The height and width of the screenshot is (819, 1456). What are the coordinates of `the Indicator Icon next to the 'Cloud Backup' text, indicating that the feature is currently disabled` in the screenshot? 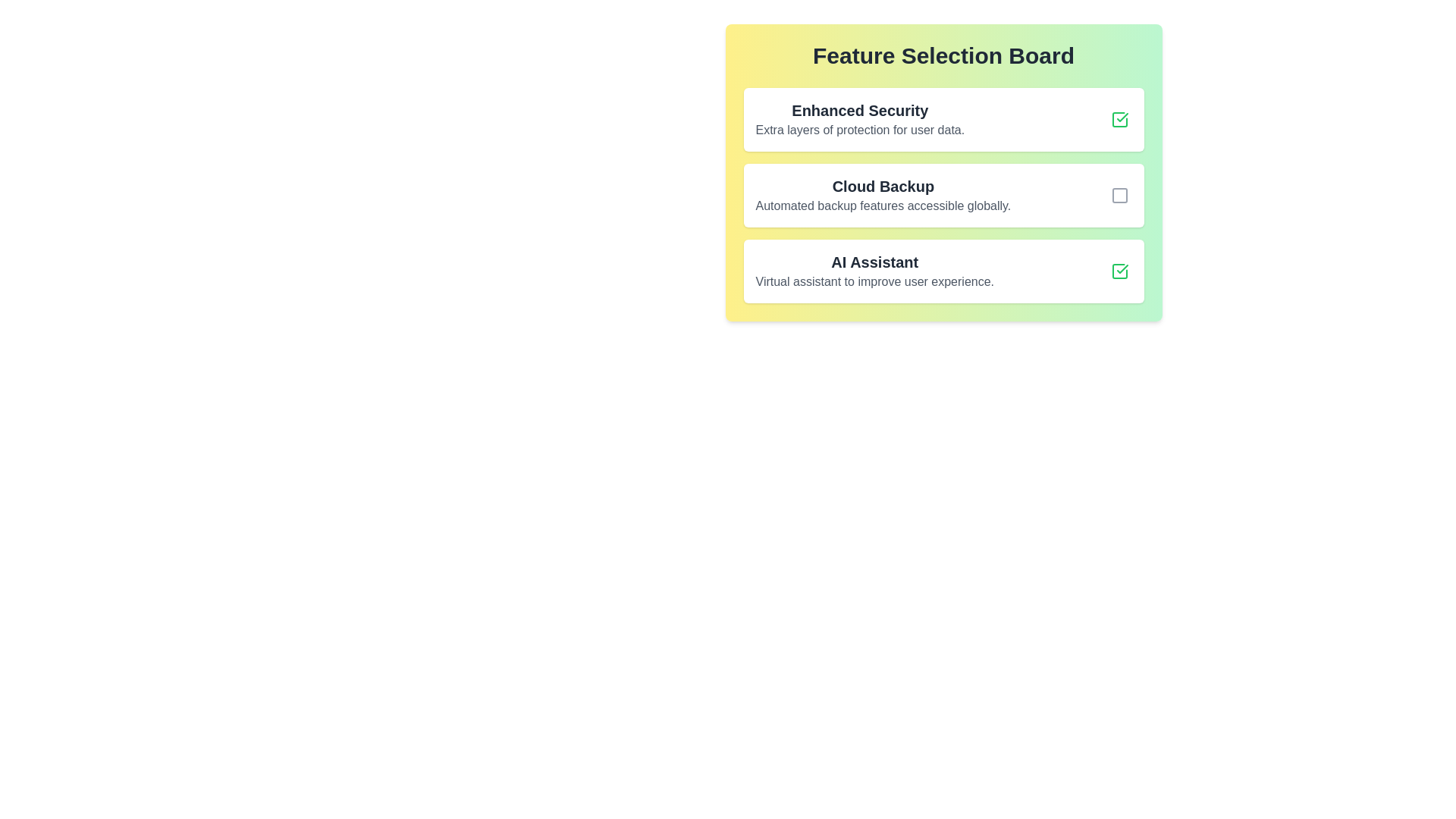 It's located at (1119, 195).